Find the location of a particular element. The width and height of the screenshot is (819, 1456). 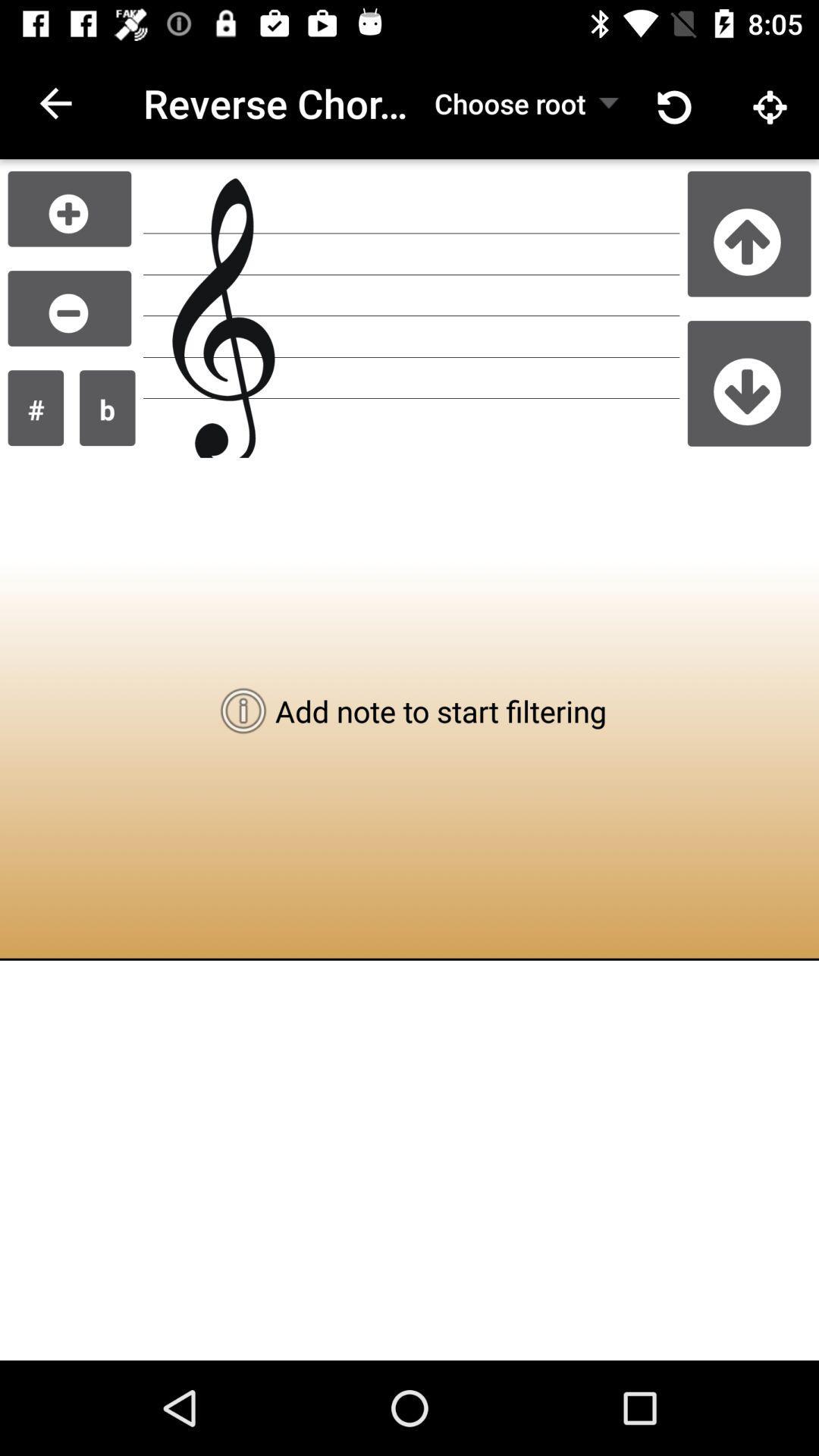

choose next song is located at coordinates (748, 383).